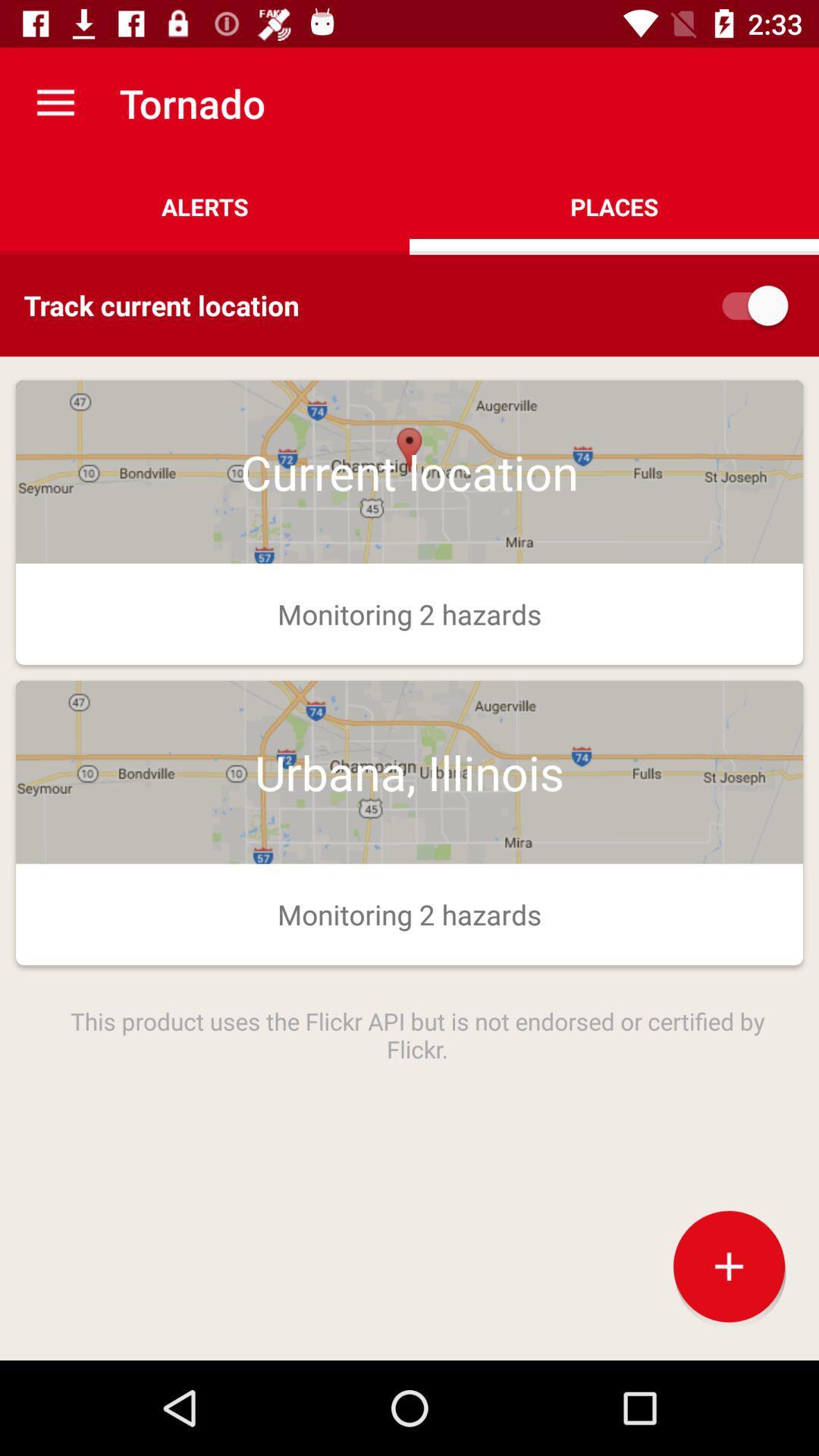  Describe the element at coordinates (614, 206) in the screenshot. I see `icon to the right of alerts icon` at that location.